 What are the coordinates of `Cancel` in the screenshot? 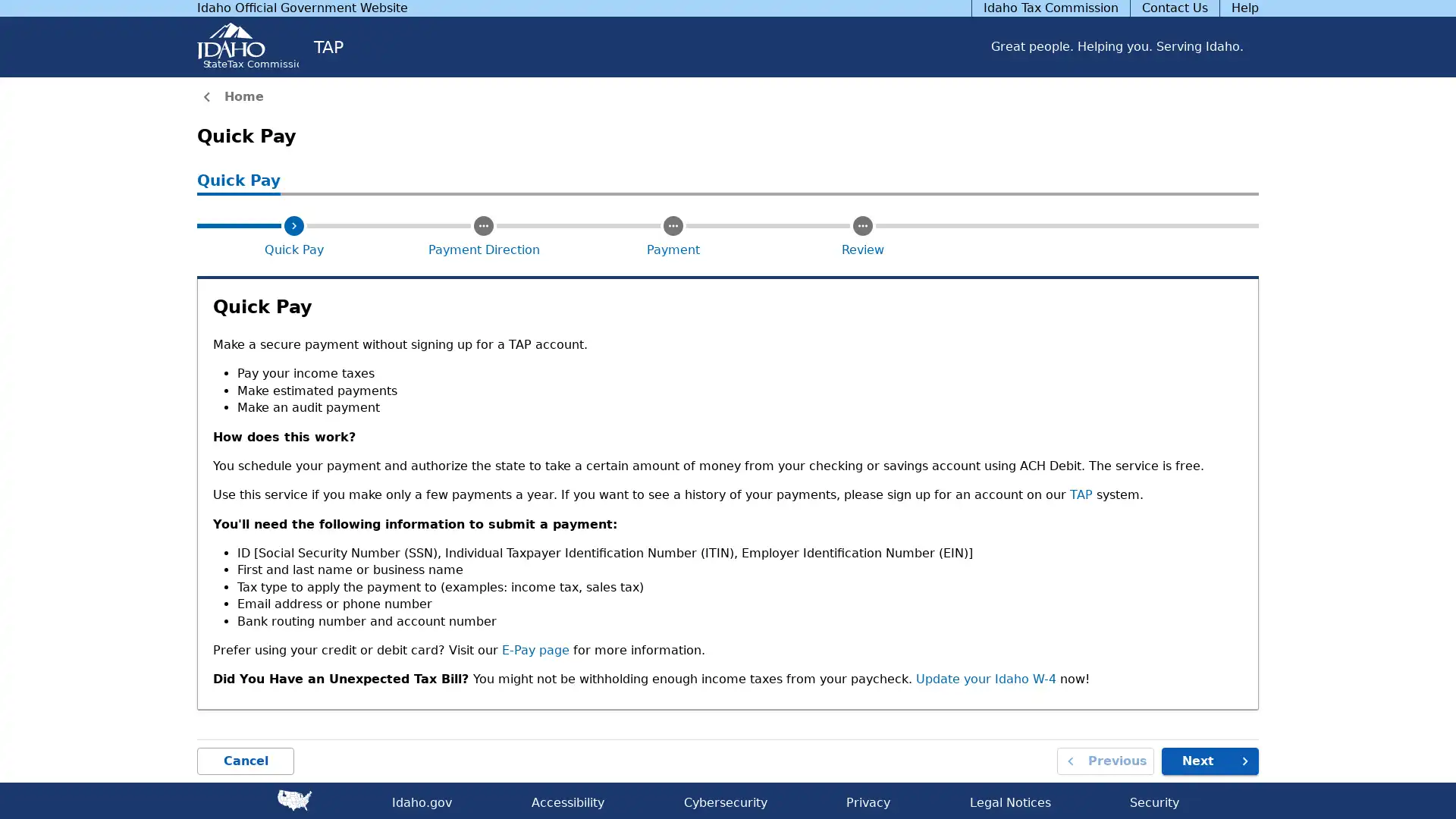 It's located at (246, 761).